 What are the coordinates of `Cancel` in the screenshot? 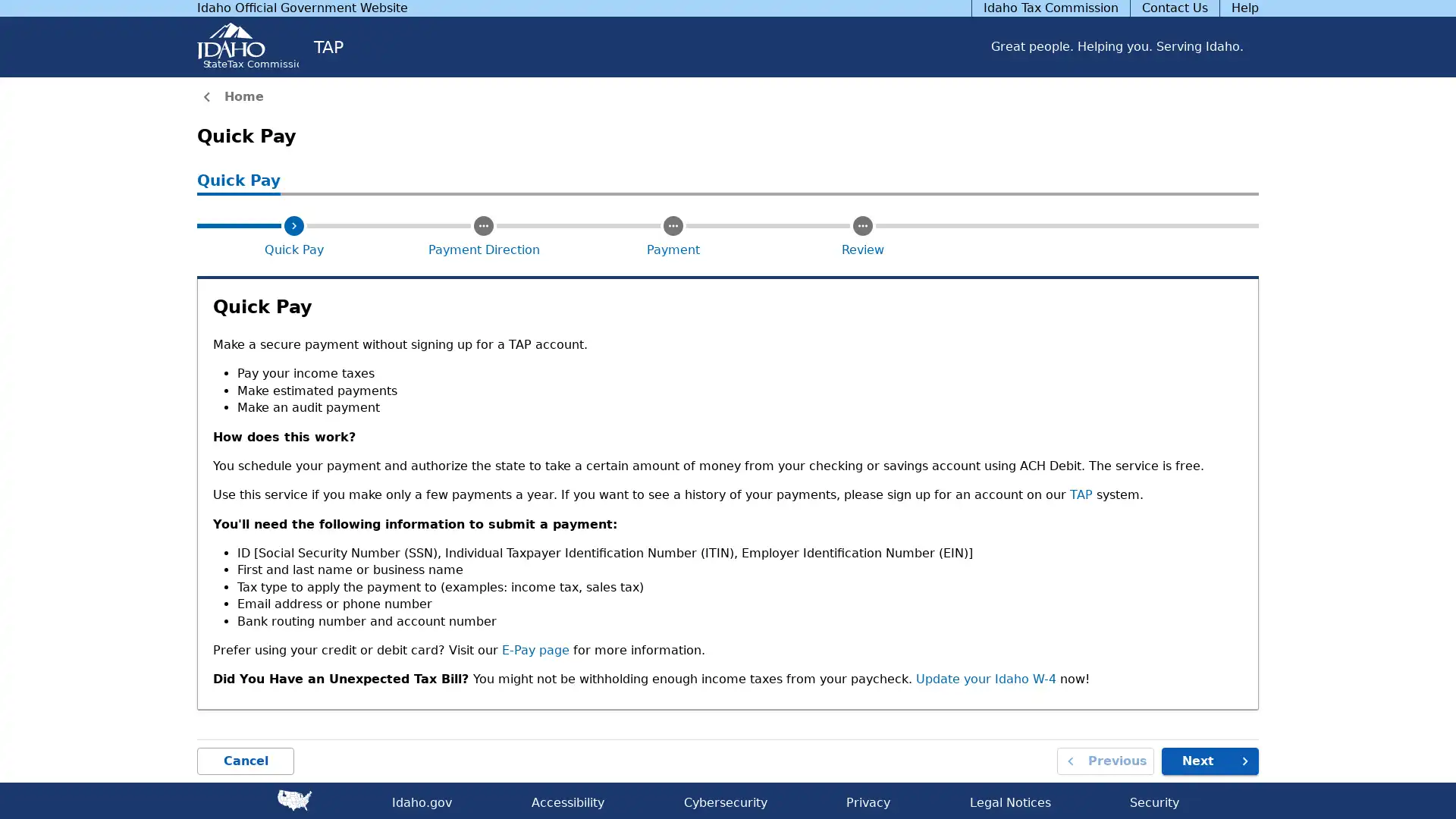 It's located at (246, 761).